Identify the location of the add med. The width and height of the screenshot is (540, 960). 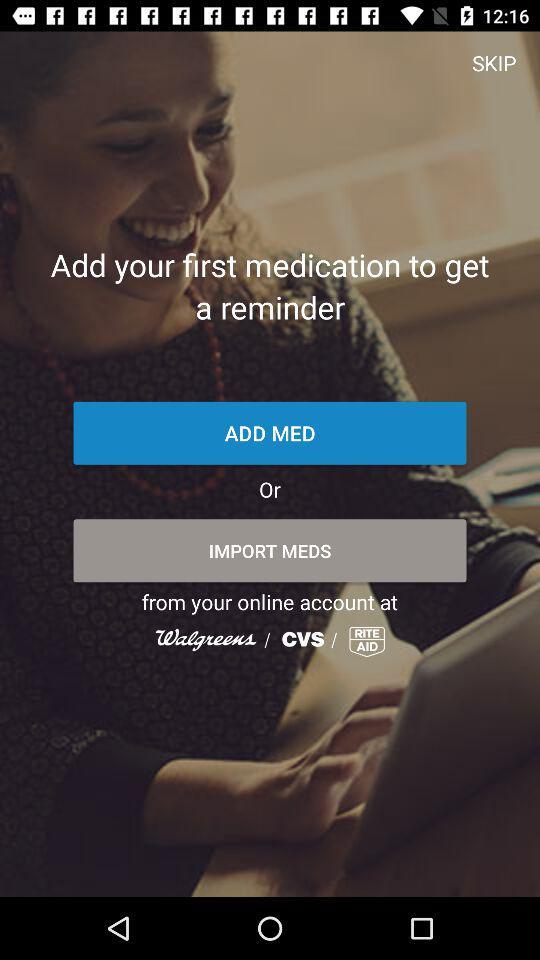
(270, 433).